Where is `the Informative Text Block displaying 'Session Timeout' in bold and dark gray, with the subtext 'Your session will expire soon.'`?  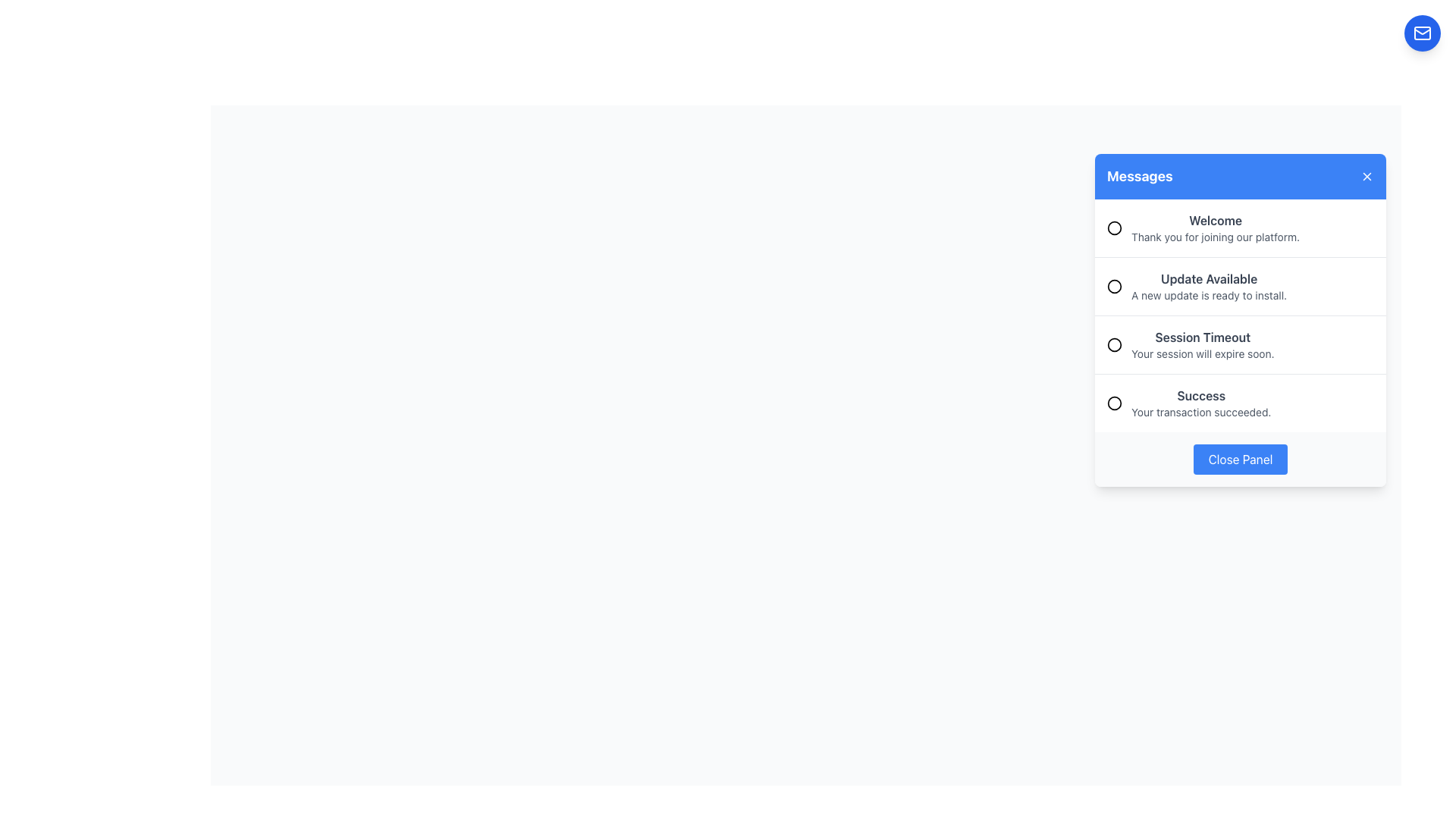 the Informative Text Block displaying 'Session Timeout' in bold and dark gray, with the subtext 'Your session will expire soon.' is located at coordinates (1202, 345).